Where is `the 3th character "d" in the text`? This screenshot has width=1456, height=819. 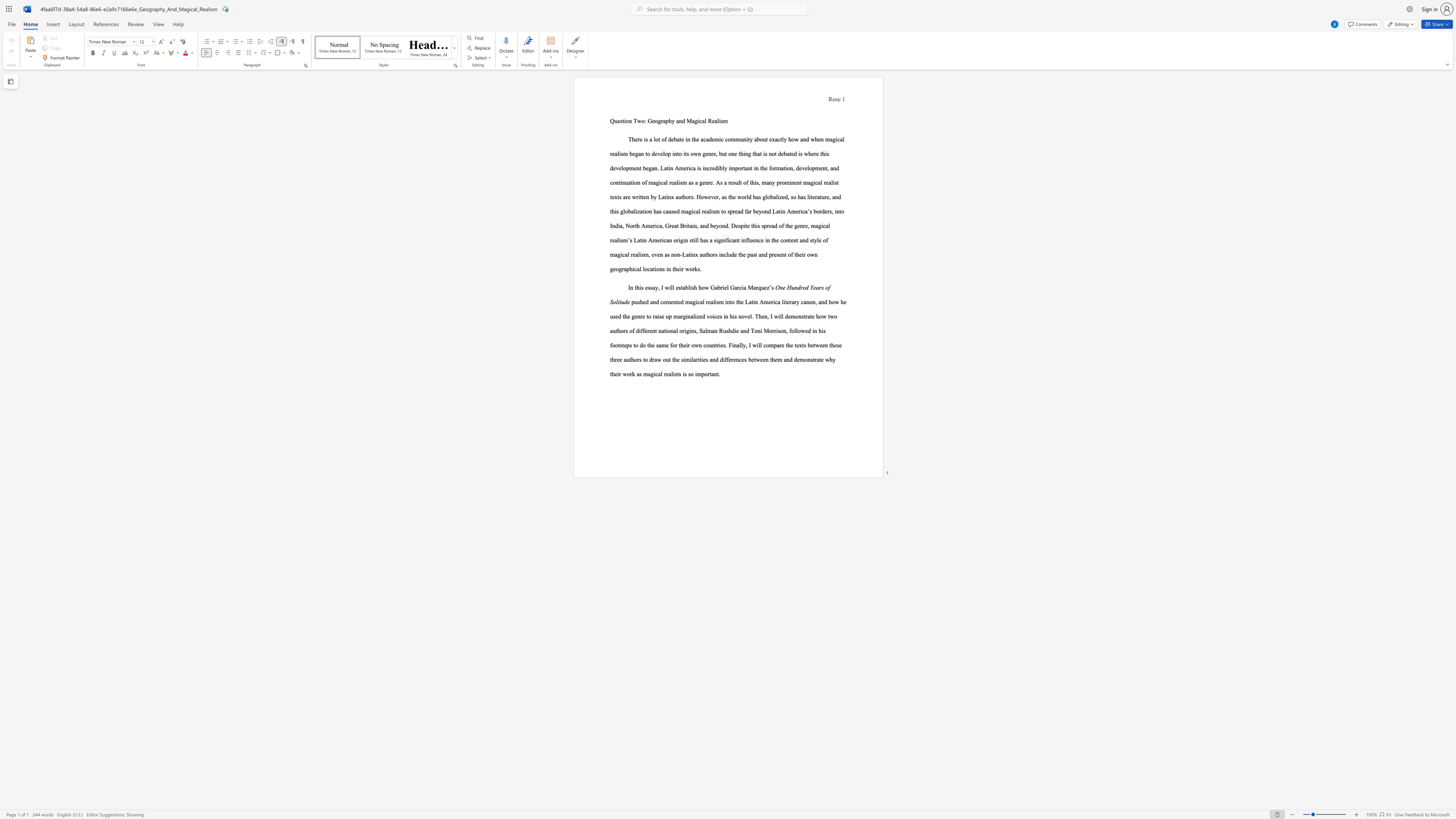
the 3th character "d" in the text is located at coordinates (747, 330).